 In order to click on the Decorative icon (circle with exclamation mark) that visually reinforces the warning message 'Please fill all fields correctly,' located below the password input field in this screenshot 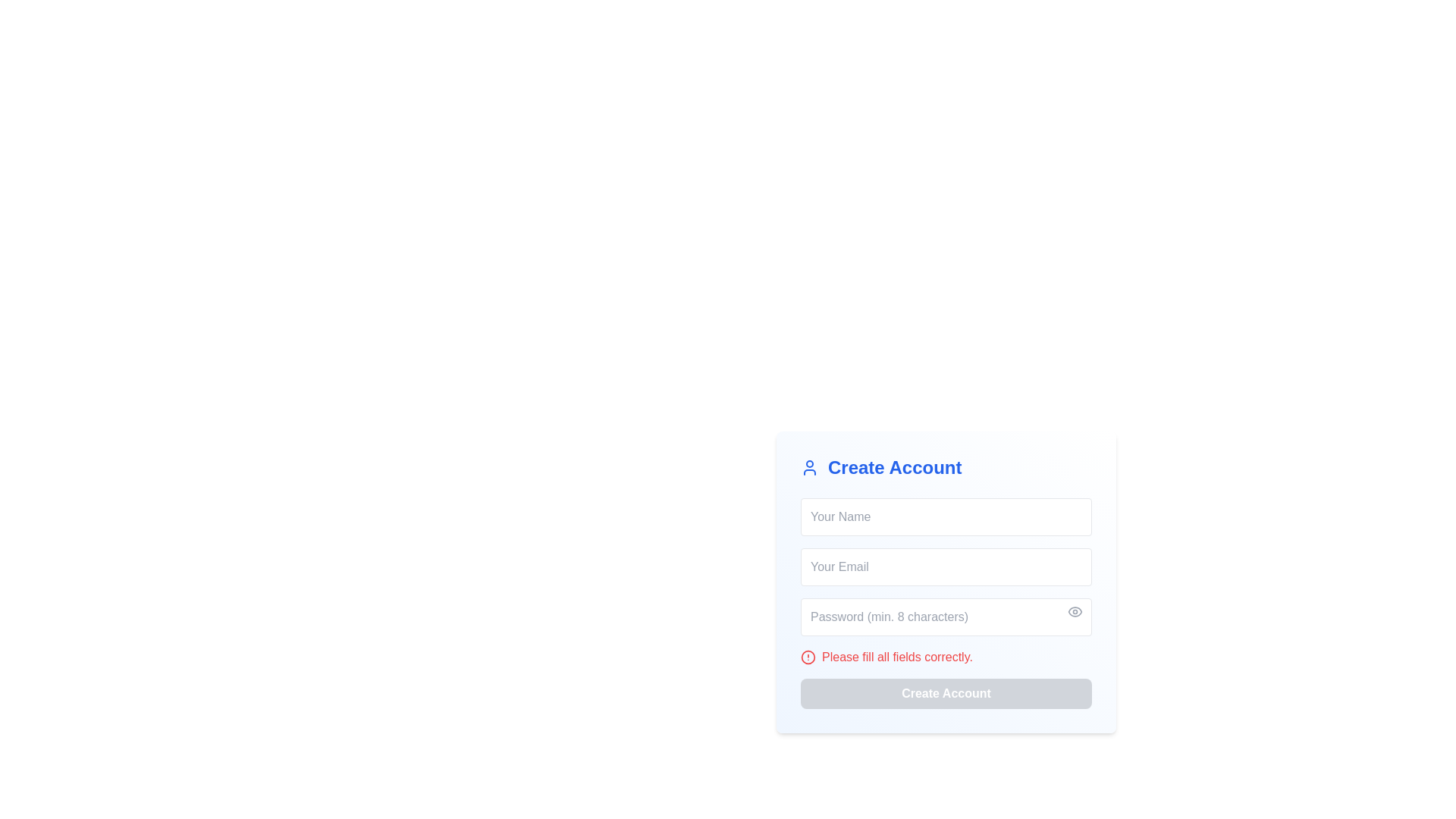, I will do `click(807, 657)`.